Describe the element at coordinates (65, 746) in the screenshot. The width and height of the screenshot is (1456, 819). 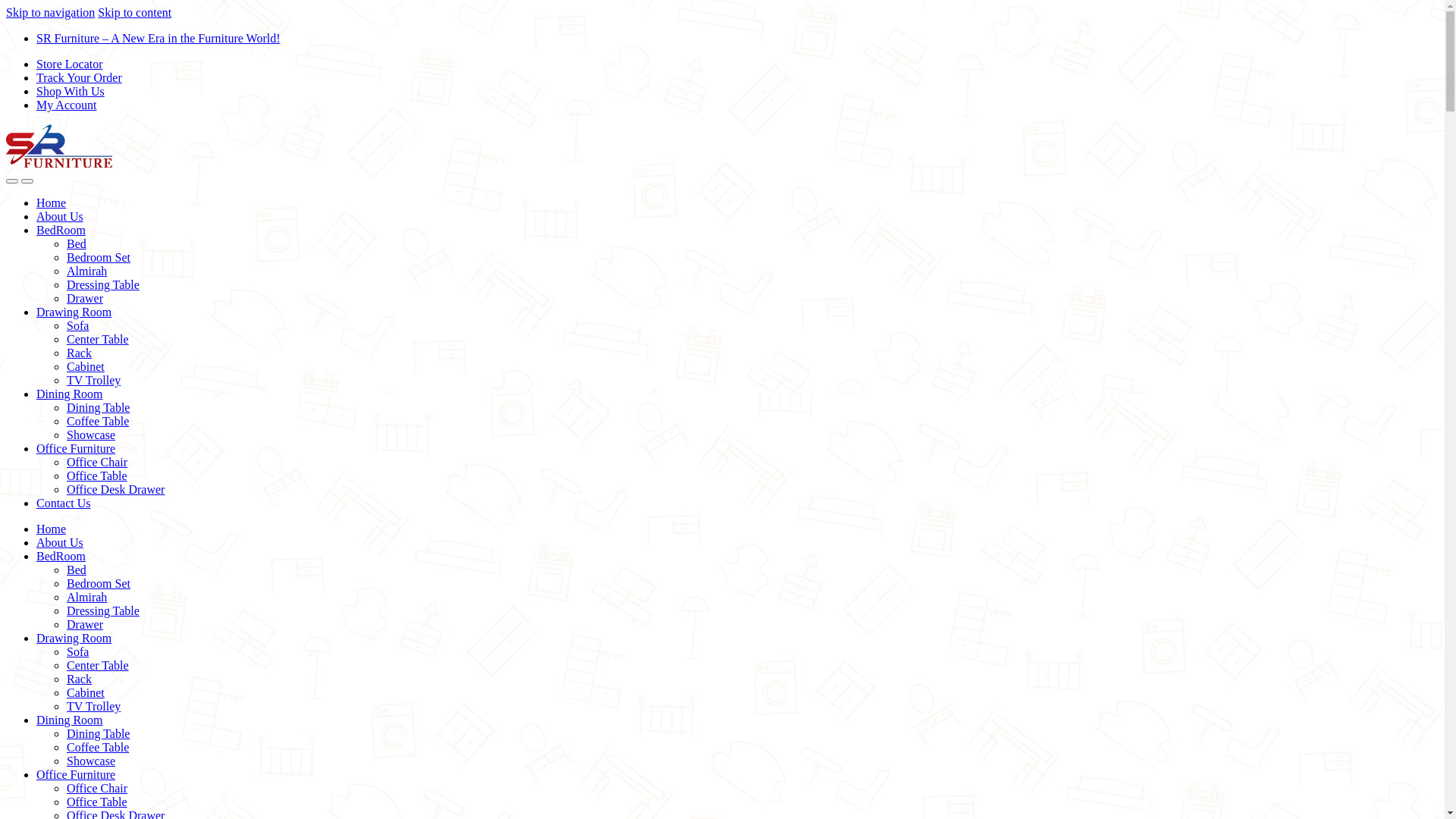
I see `'Coffee Table'` at that location.